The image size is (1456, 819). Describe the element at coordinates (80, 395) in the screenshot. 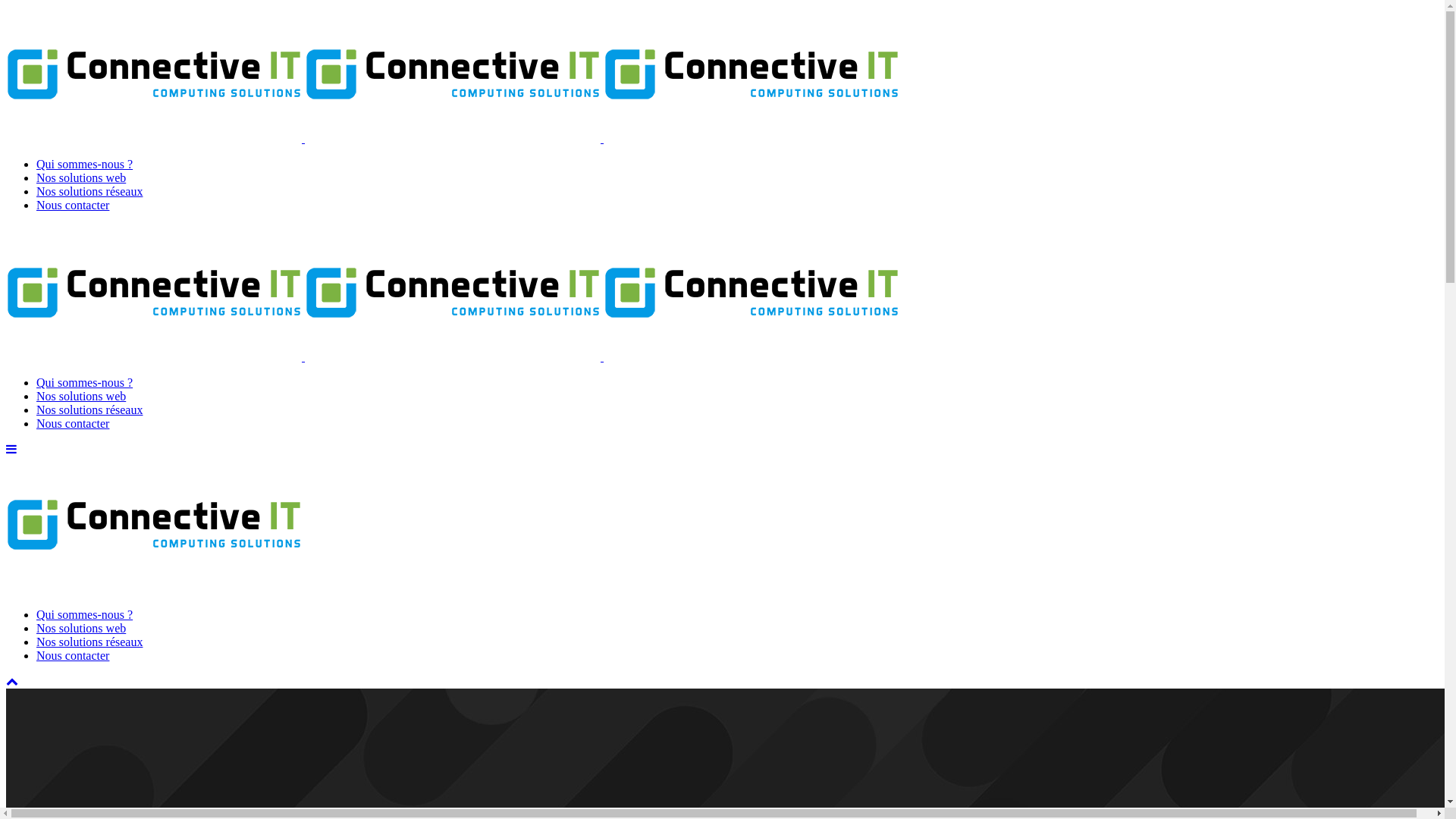

I see `'Nos solutions web'` at that location.